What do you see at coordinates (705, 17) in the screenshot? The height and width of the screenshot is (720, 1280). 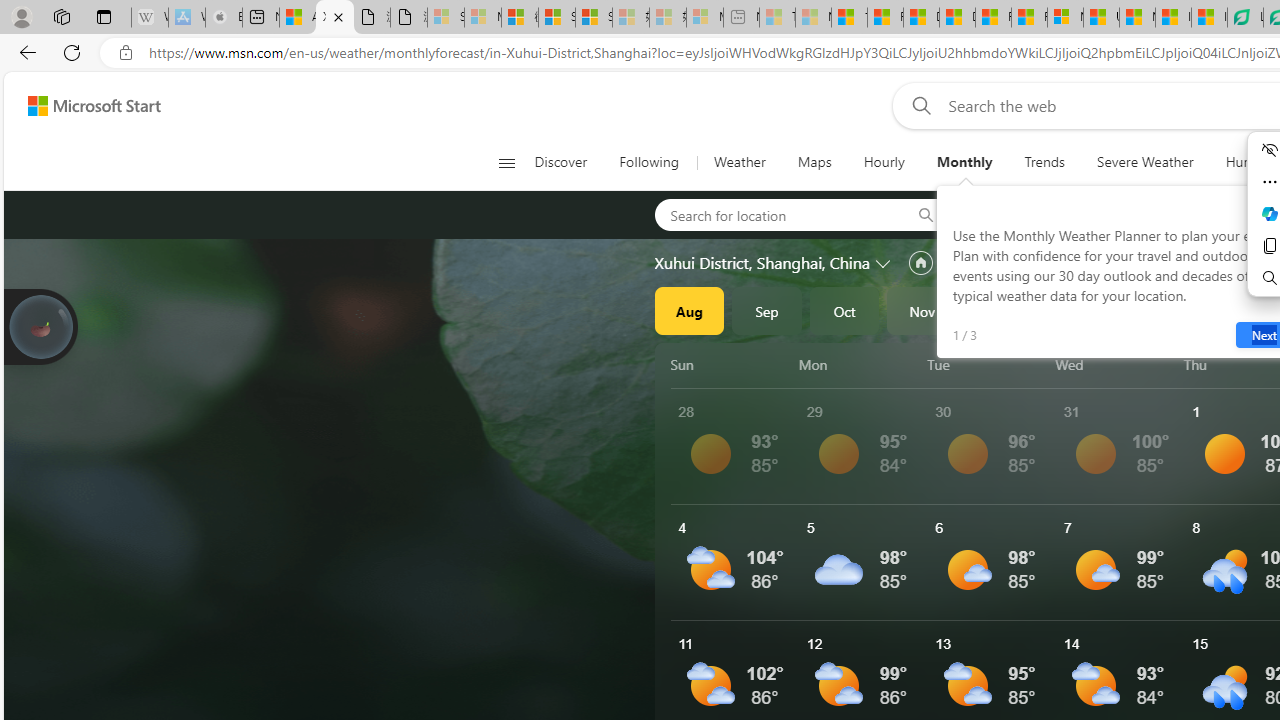 I see `'Microsoft account | Account Checkup - Sleeping'` at bounding box center [705, 17].